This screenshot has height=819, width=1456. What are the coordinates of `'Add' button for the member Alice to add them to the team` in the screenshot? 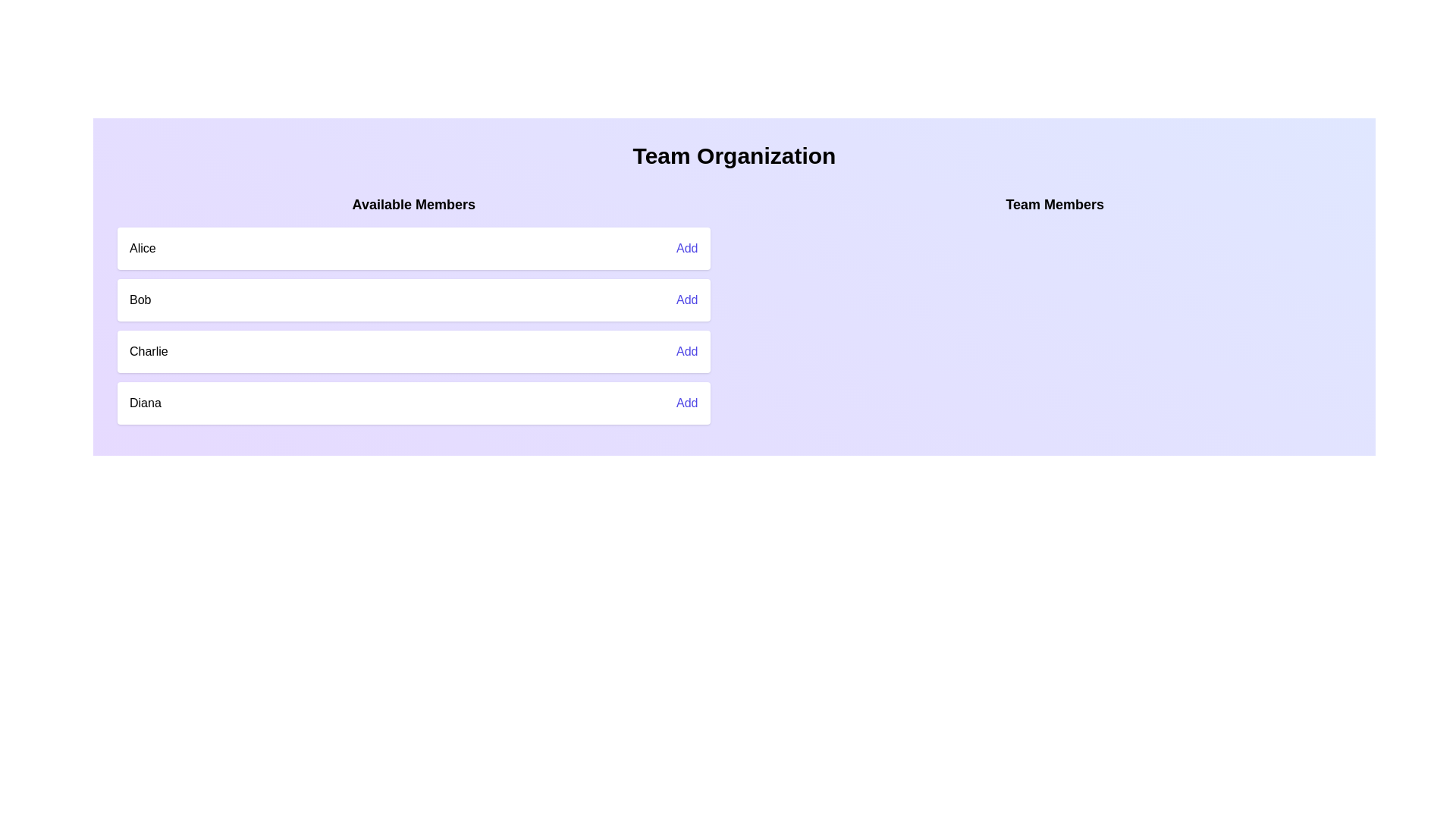 It's located at (686, 247).